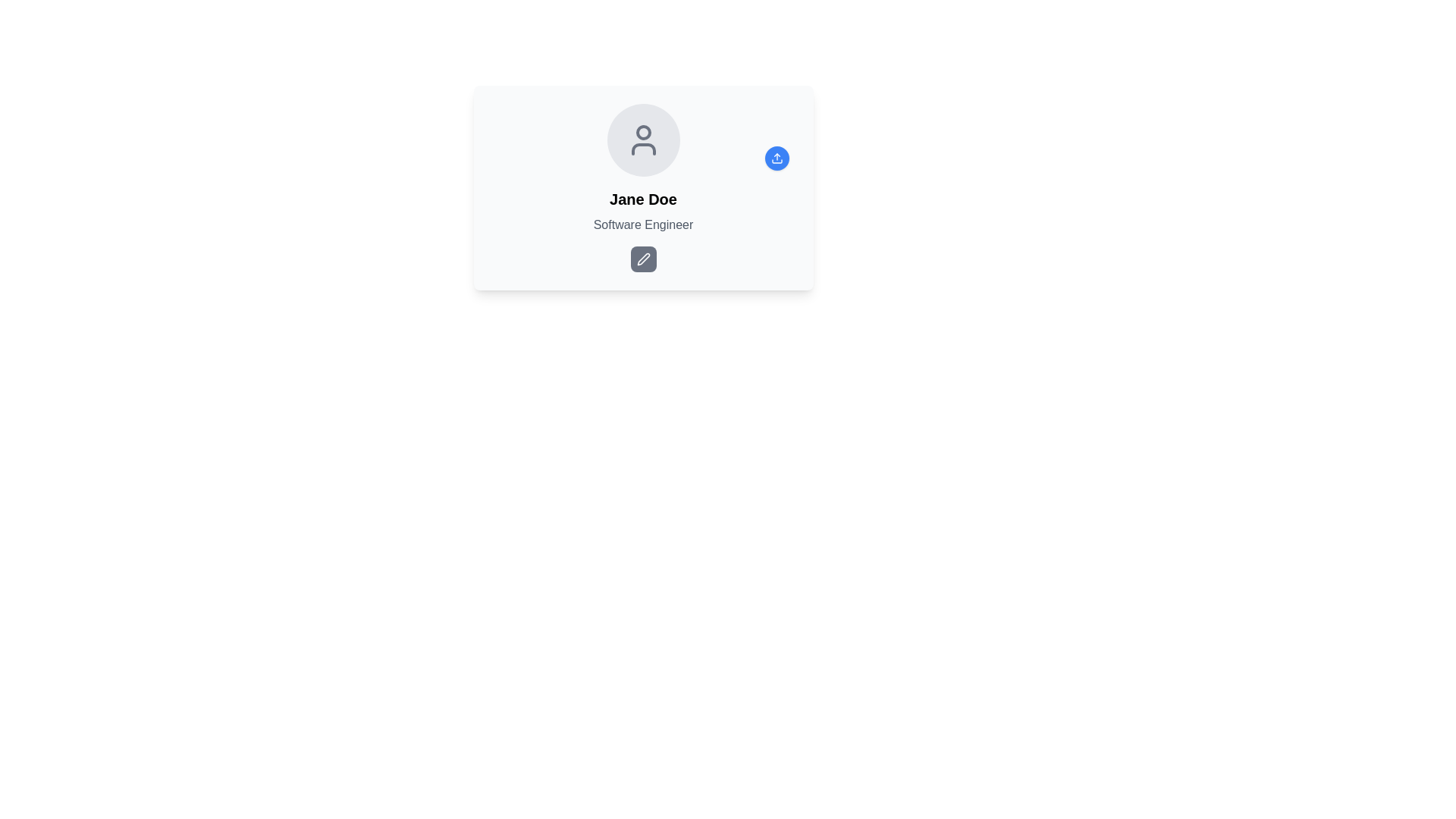  Describe the element at coordinates (643, 140) in the screenshot. I see `the Circular Image Placeholder Icon located above the text 'Jane Doe' and 'Software Engineer', and to the left of the blue upload button` at that location.